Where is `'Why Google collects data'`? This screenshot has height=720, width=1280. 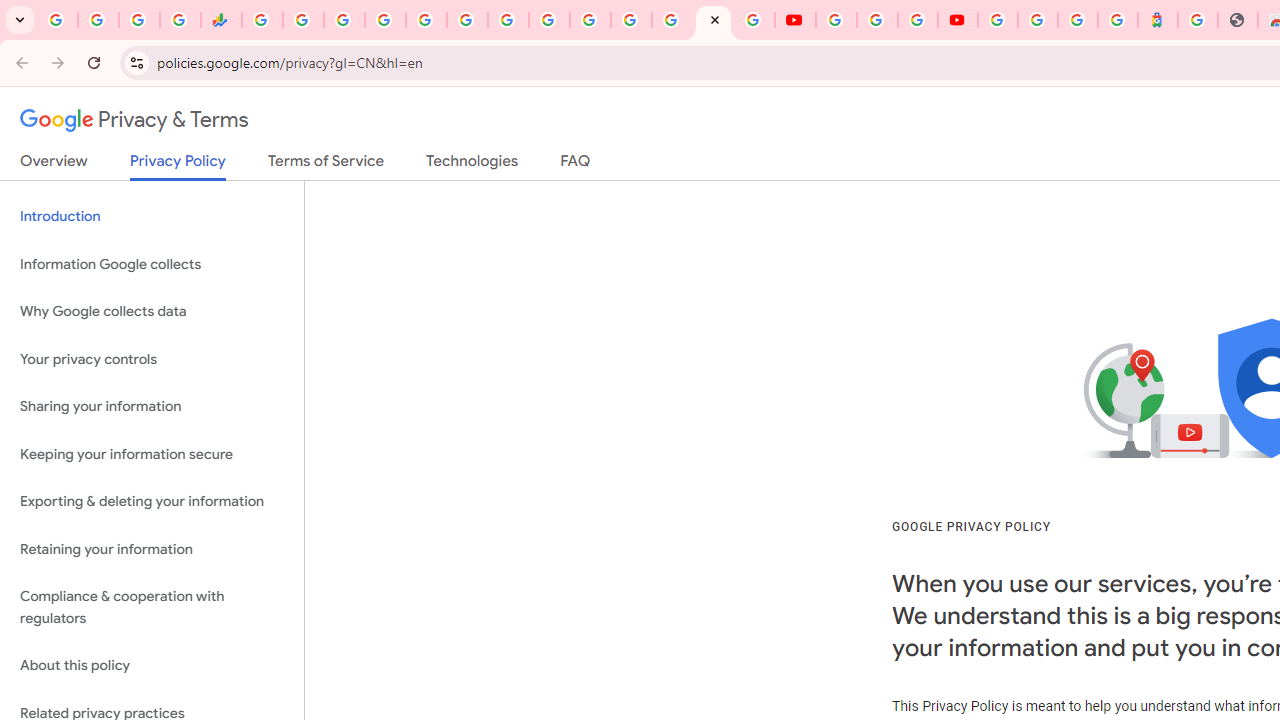 'Why Google collects data' is located at coordinates (151, 312).